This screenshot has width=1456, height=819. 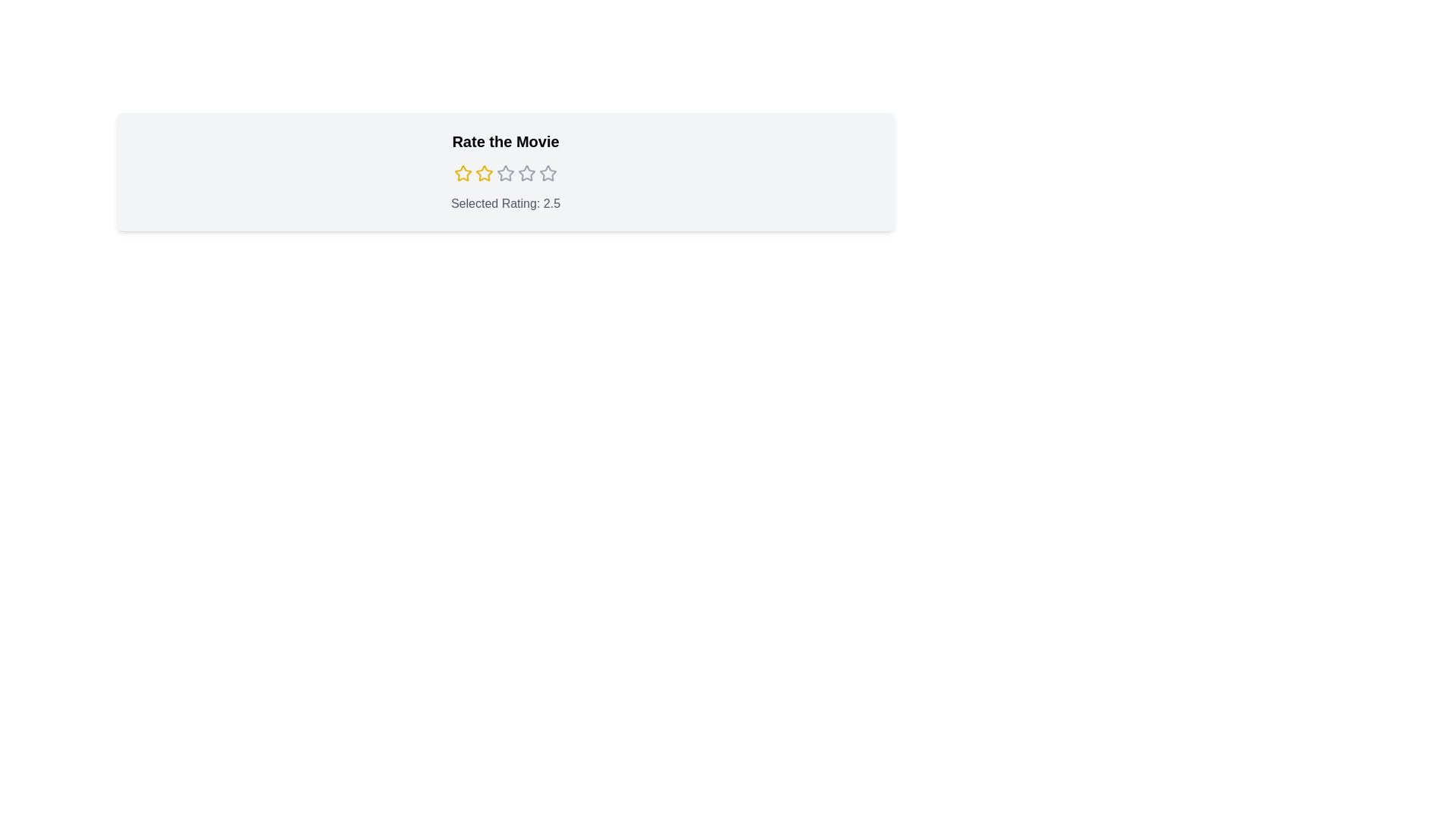 What do you see at coordinates (462, 172) in the screenshot?
I see `the first star button` at bounding box center [462, 172].